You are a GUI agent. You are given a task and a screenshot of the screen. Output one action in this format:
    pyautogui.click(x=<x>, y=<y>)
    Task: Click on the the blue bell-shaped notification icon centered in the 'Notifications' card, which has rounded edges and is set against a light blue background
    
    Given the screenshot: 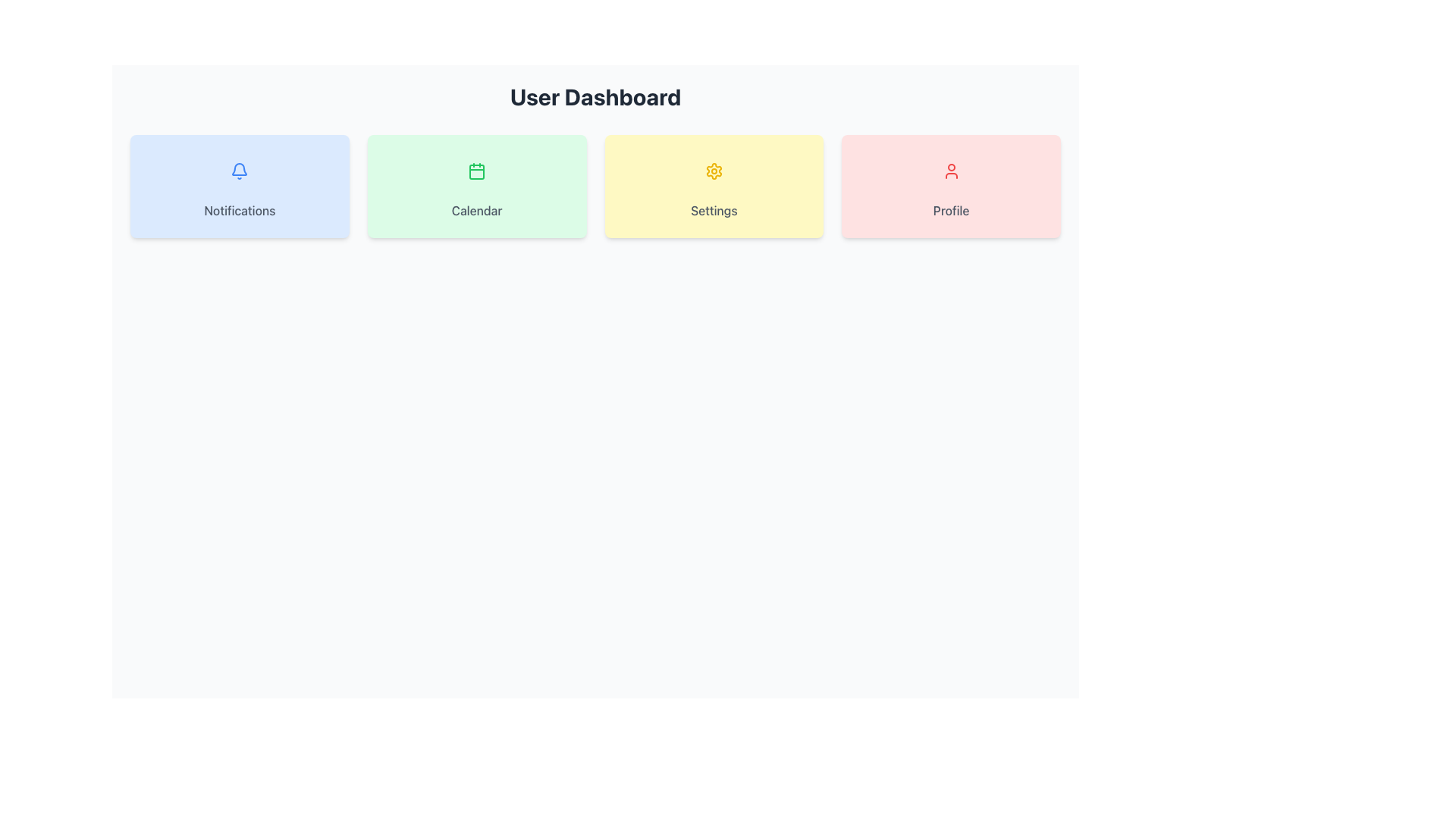 What is the action you would take?
    pyautogui.click(x=239, y=171)
    